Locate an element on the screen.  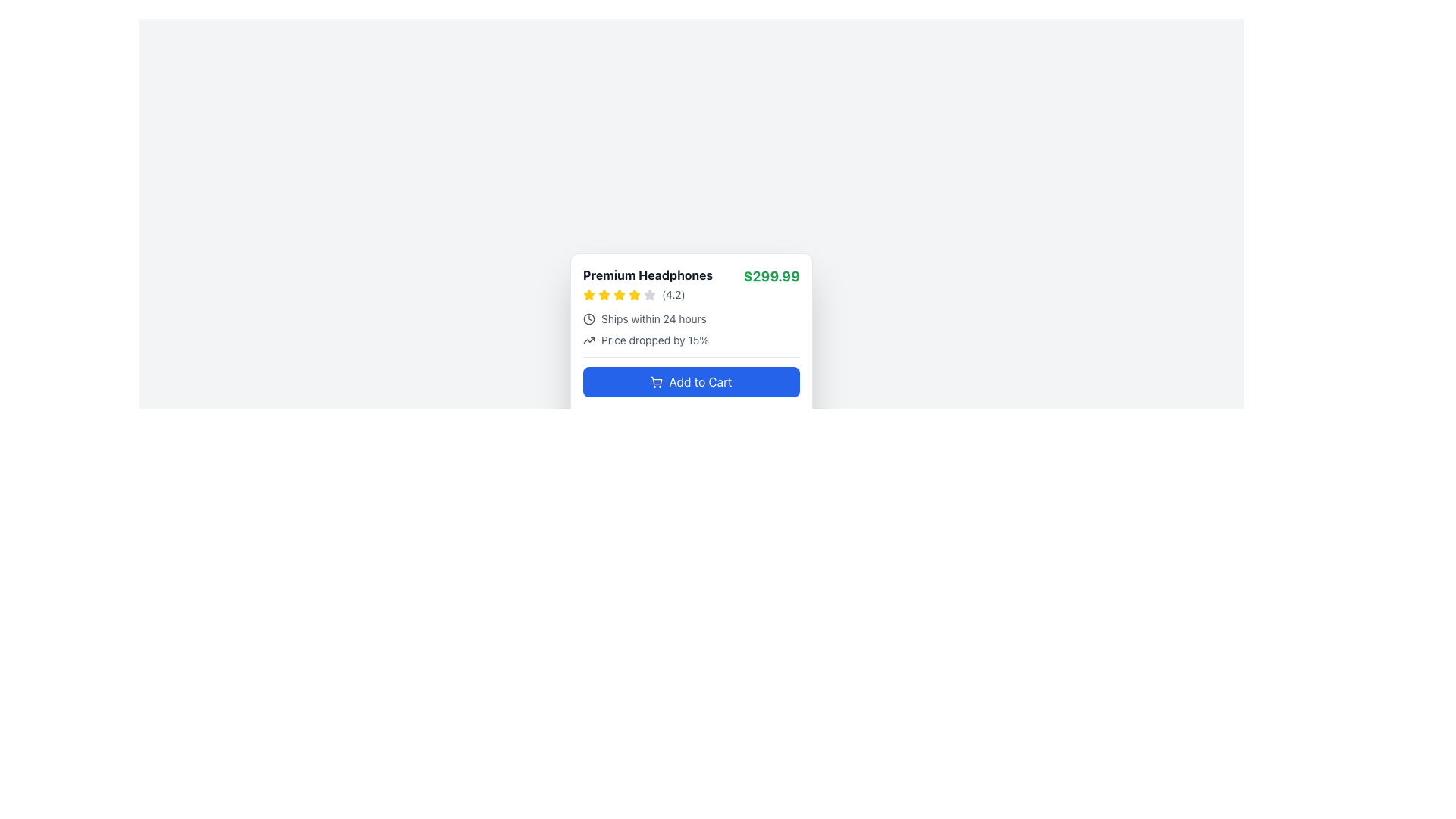
the visual stars in the Product information header to check the rating is located at coordinates (691, 284).